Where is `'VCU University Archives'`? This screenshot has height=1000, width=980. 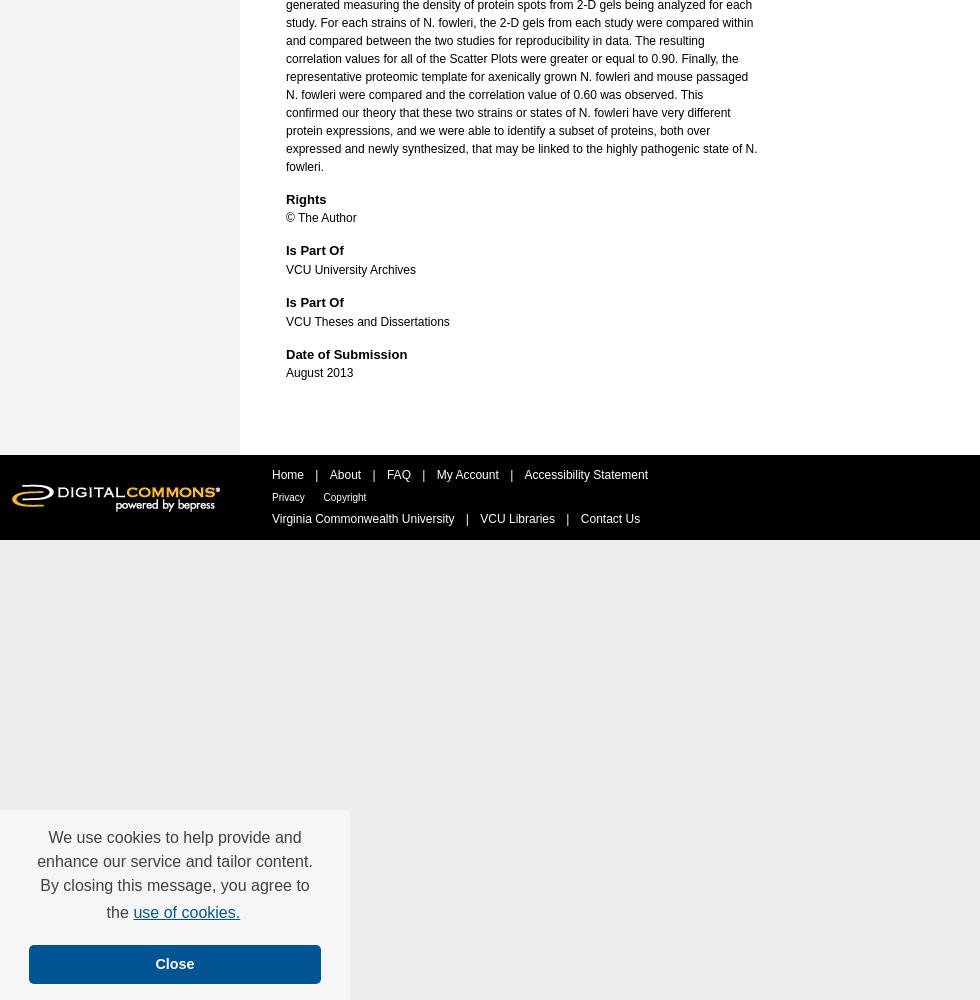 'VCU University Archives' is located at coordinates (285, 269).